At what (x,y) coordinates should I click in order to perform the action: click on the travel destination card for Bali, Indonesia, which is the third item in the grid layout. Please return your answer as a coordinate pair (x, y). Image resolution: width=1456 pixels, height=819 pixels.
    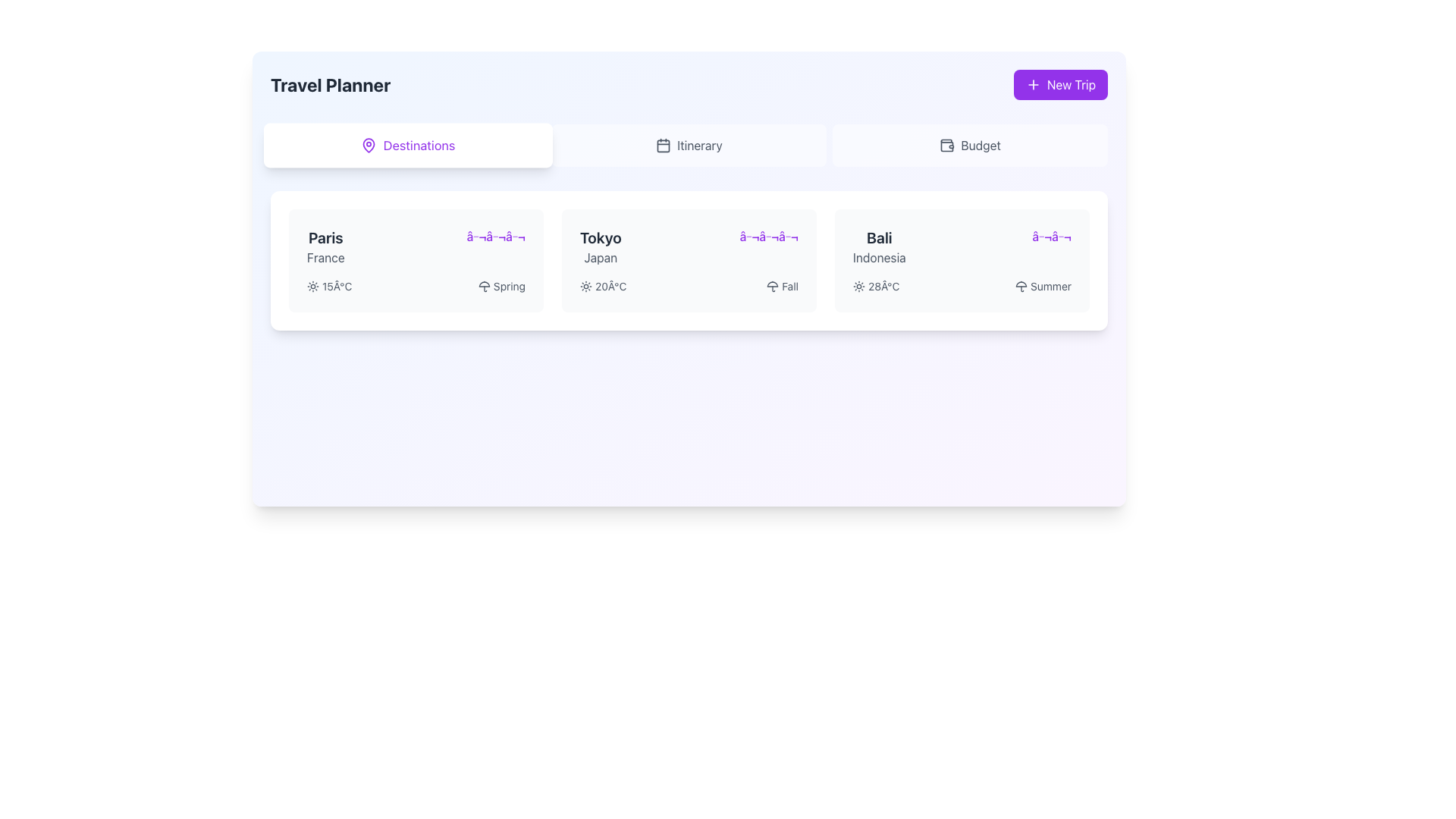
    Looking at the image, I should click on (961, 259).